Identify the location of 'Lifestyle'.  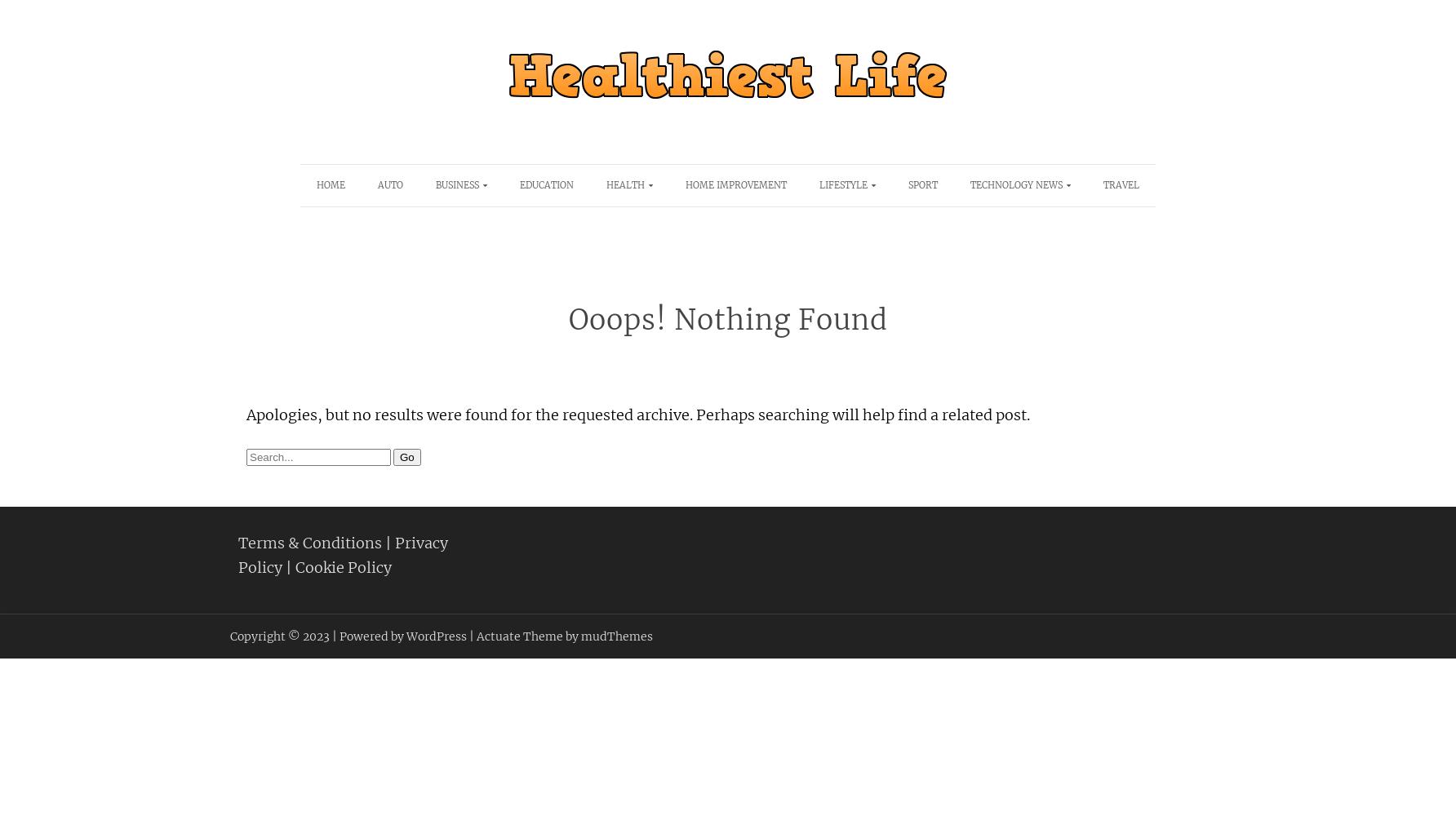
(842, 184).